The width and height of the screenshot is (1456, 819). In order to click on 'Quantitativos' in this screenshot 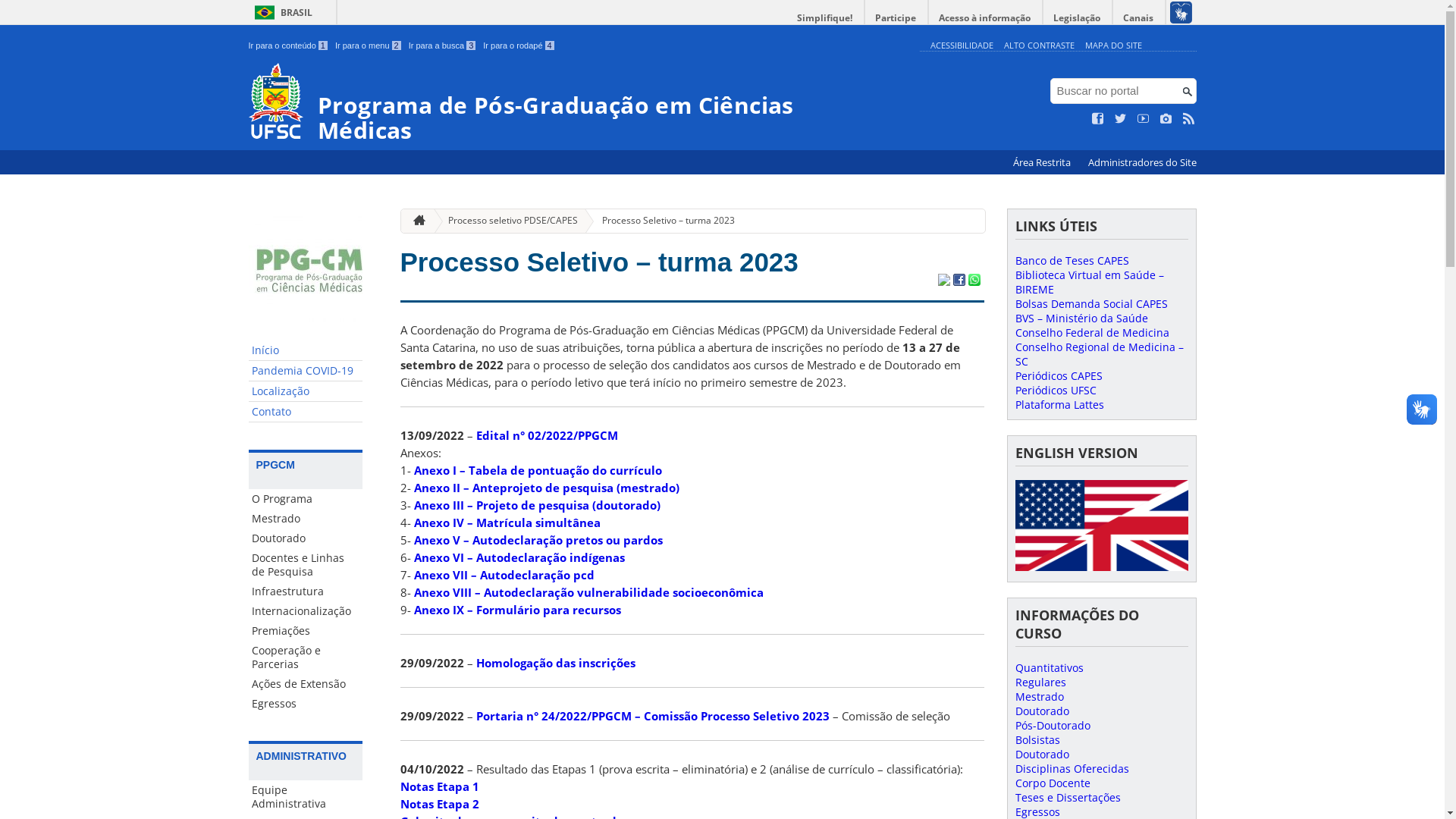, I will do `click(1015, 667)`.